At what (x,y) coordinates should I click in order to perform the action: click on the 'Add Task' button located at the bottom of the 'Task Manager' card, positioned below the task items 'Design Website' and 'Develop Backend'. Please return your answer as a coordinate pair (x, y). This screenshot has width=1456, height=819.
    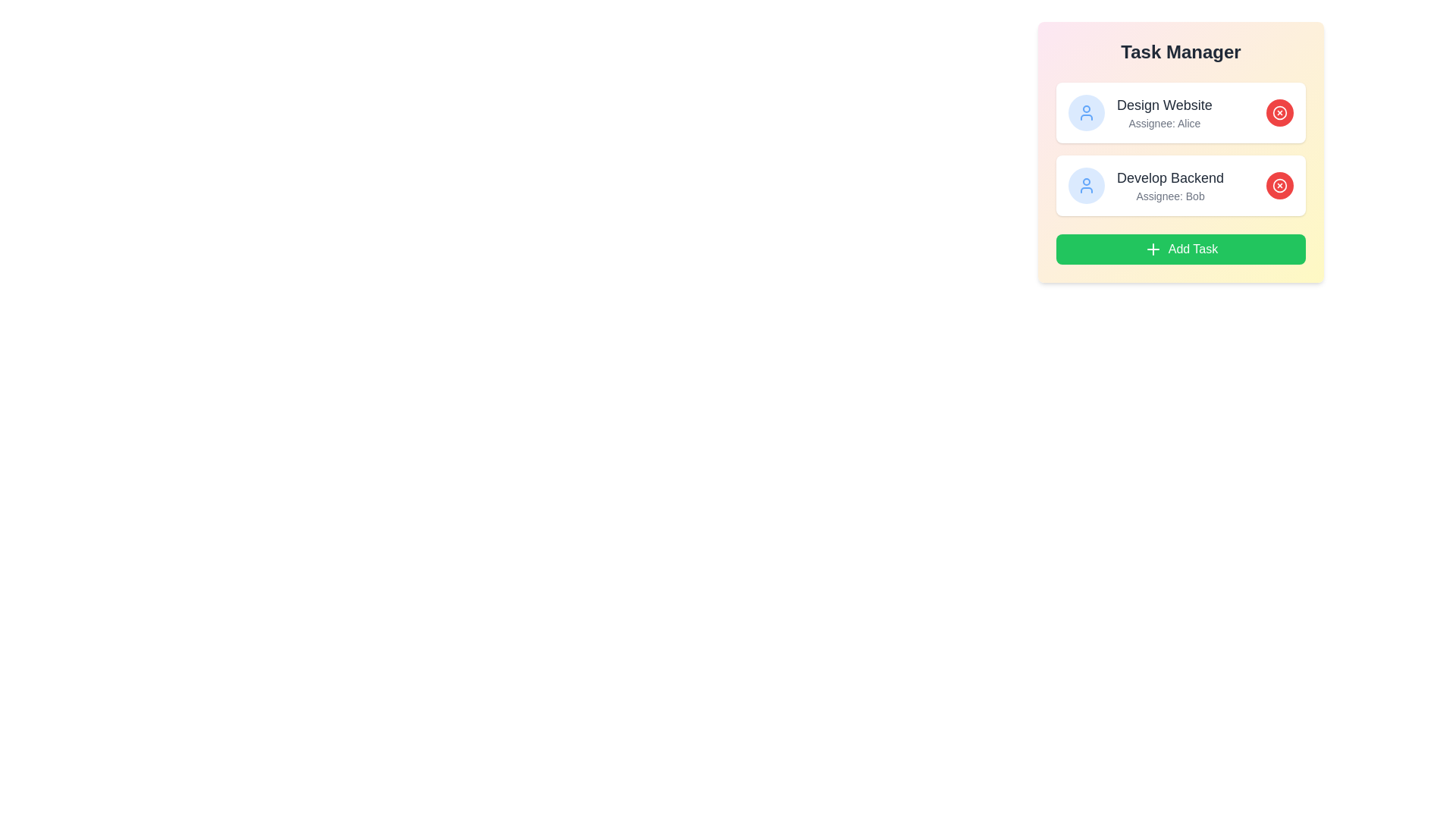
    Looking at the image, I should click on (1180, 248).